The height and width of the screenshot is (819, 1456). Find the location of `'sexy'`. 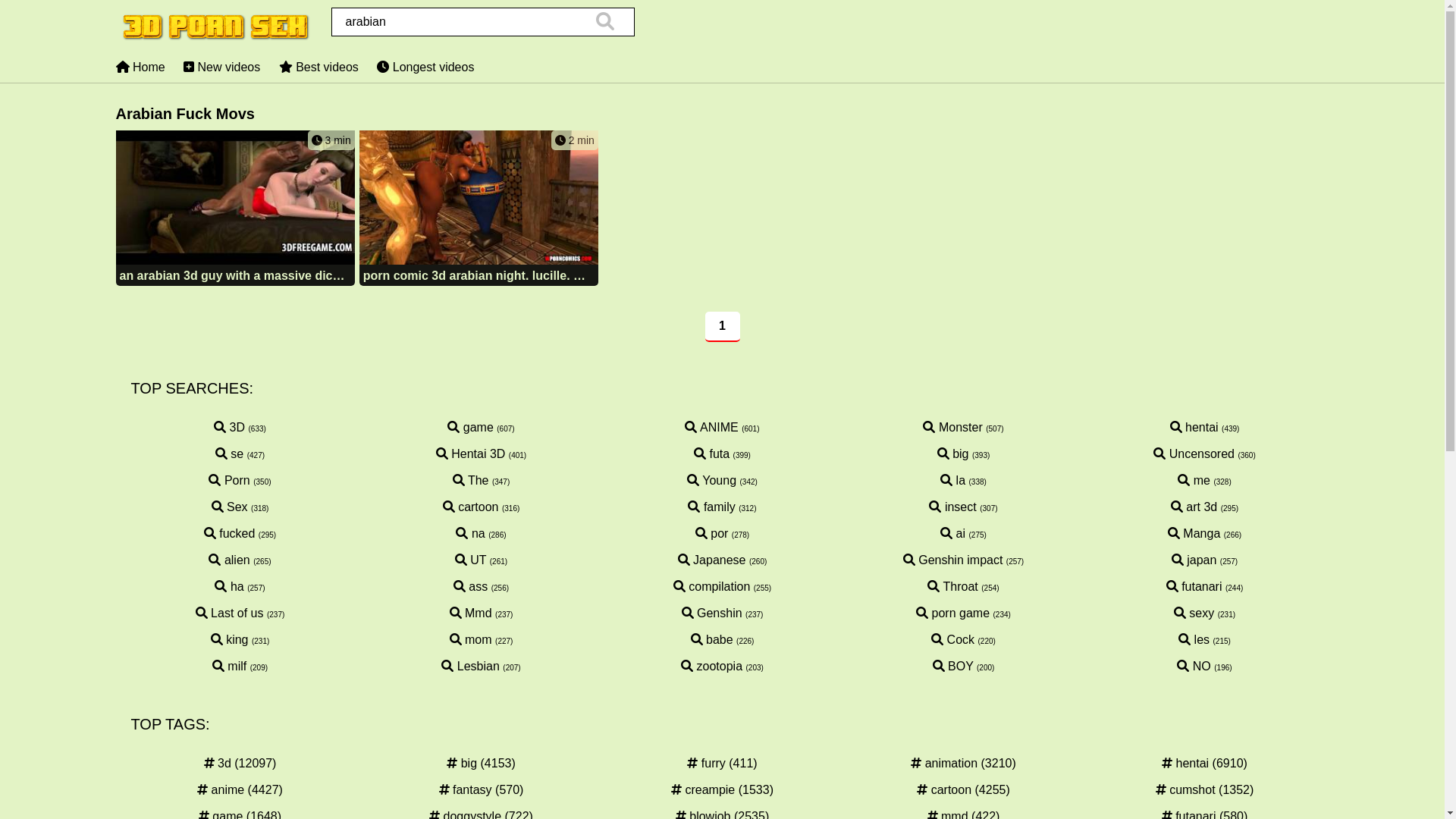

'sexy' is located at coordinates (1193, 612).